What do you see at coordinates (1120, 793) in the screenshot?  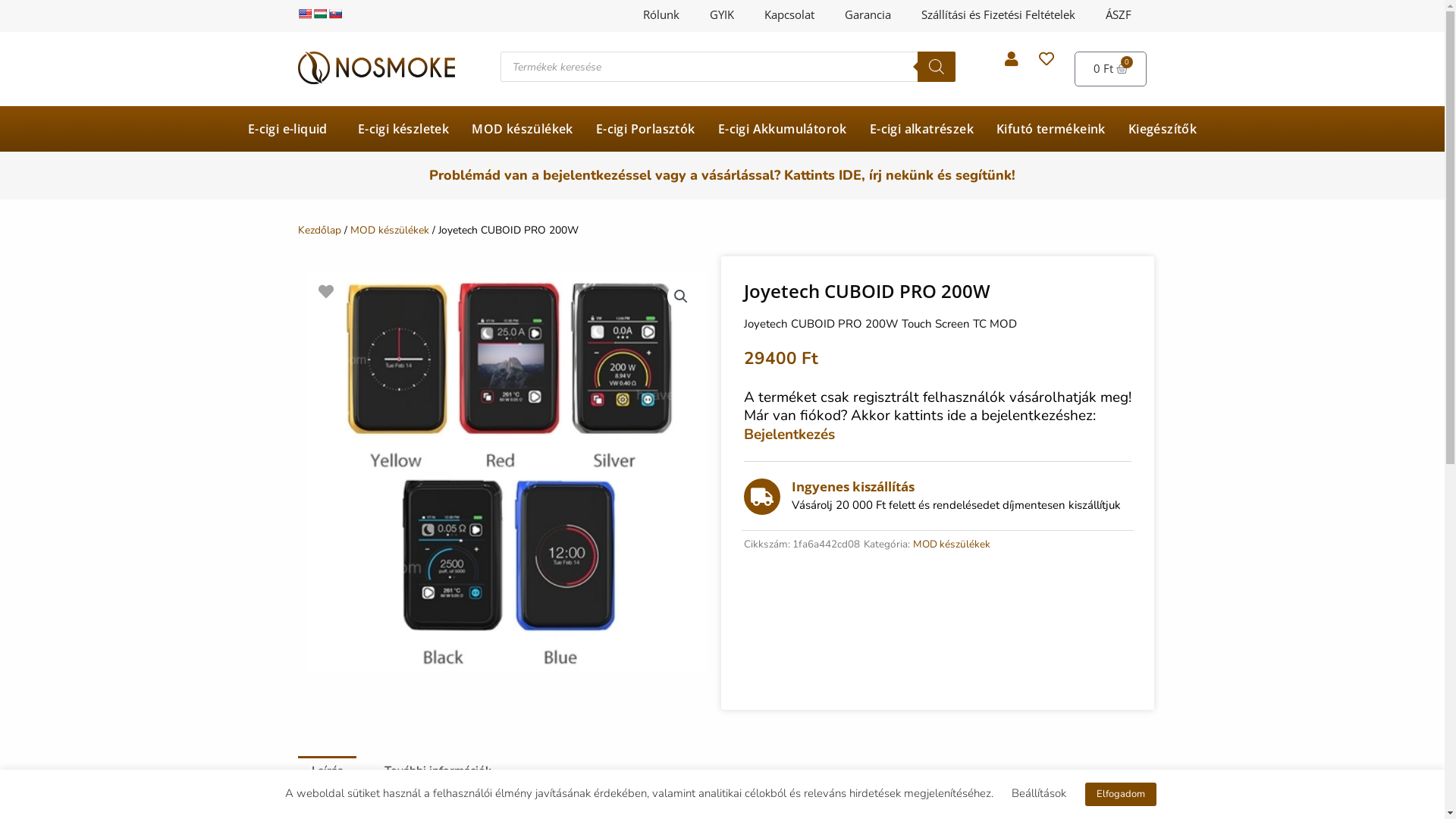 I see `'Elfogadom'` at bounding box center [1120, 793].